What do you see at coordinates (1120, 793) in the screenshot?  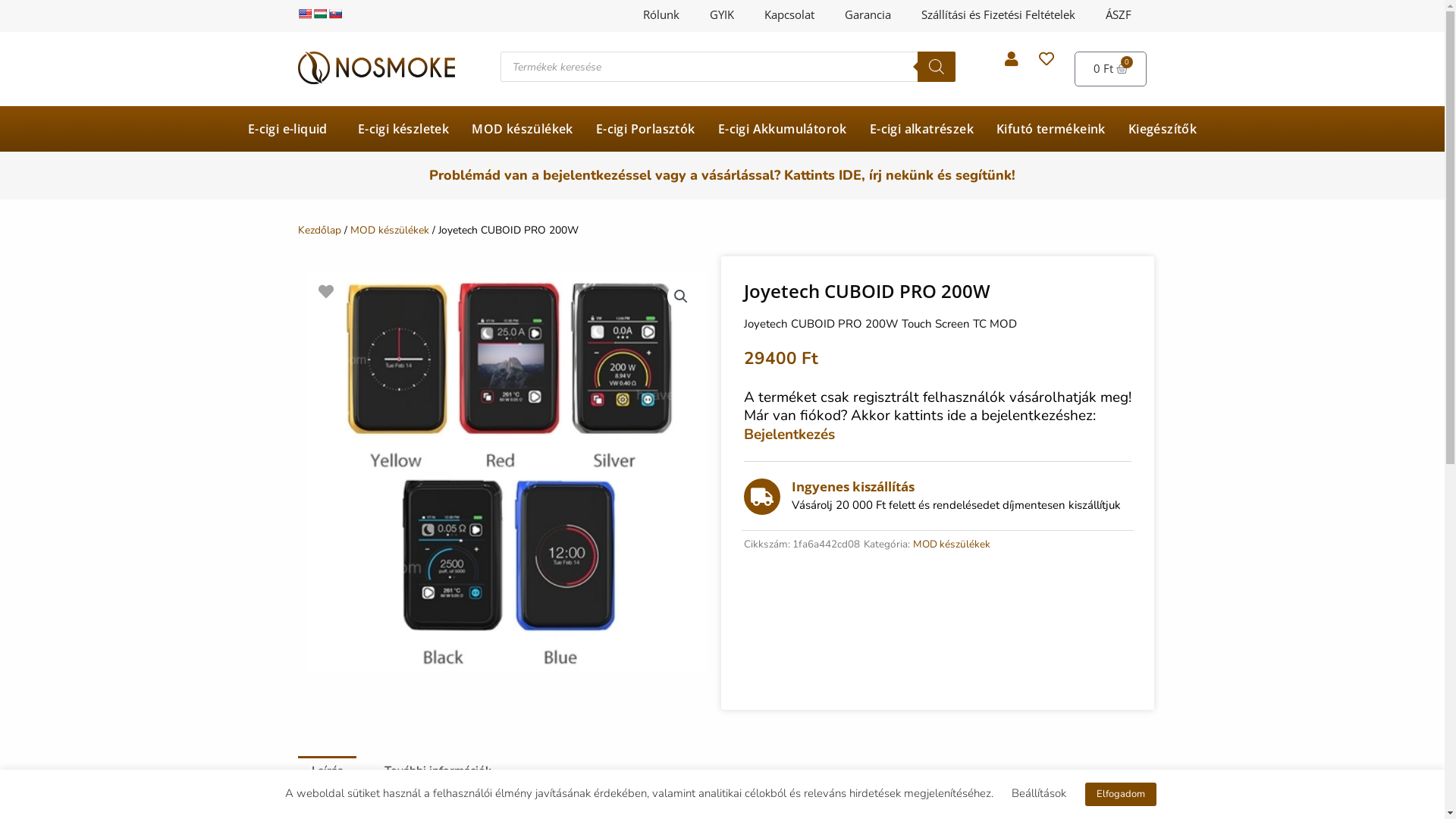 I see `'Elfogadom'` at bounding box center [1120, 793].